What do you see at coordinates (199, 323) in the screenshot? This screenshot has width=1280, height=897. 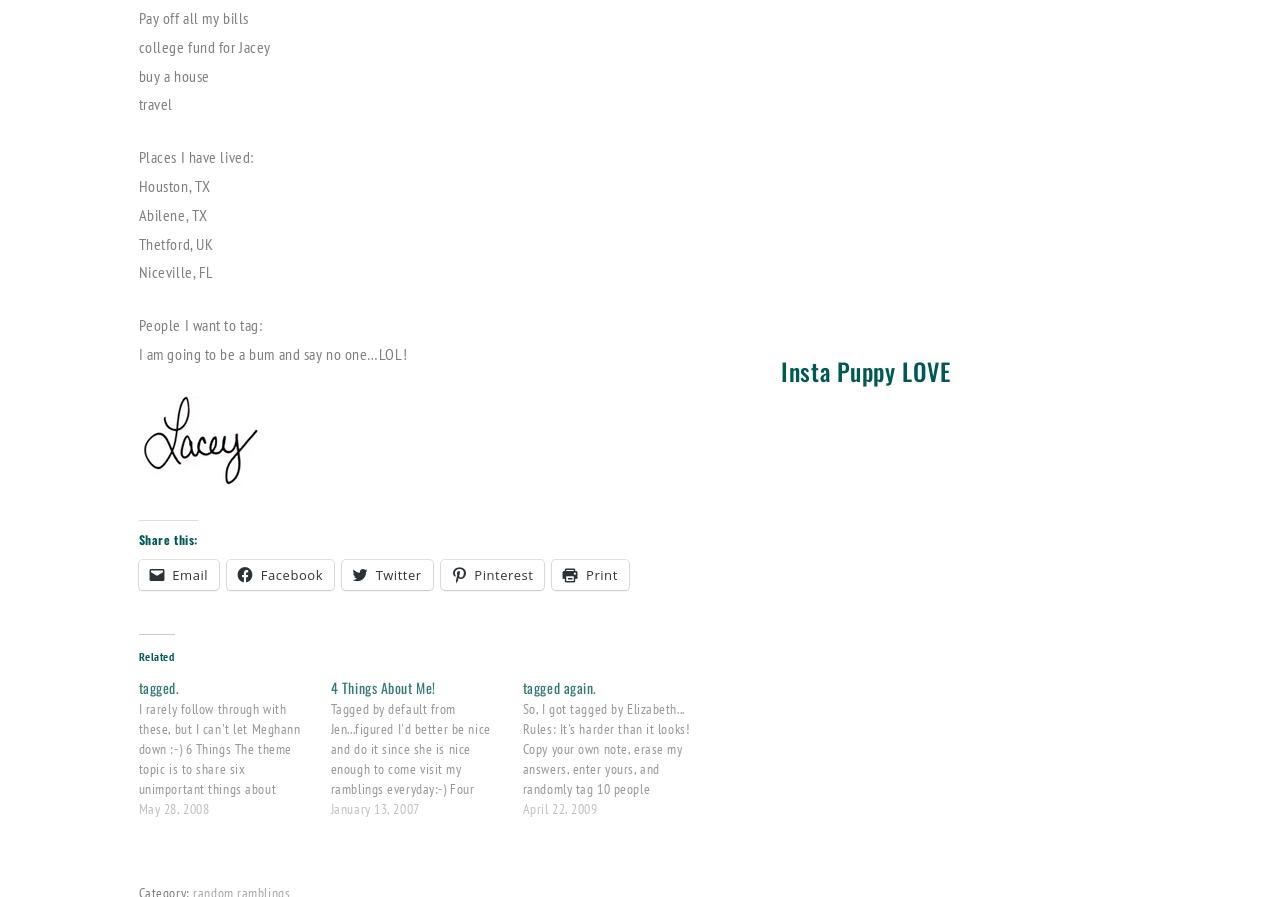 I see `'People I want to tag:'` at bounding box center [199, 323].